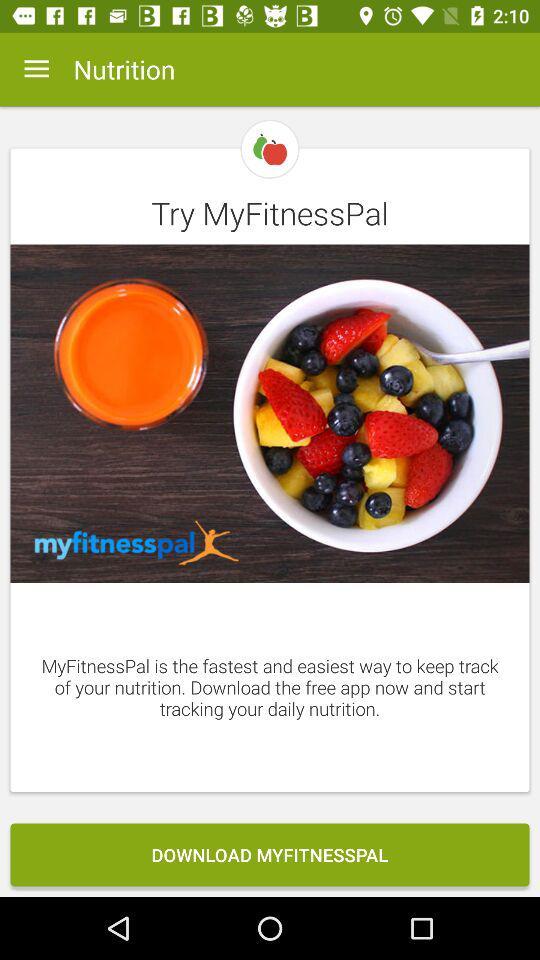  I want to click on the item to the left of nutrition, so click(36, 69).